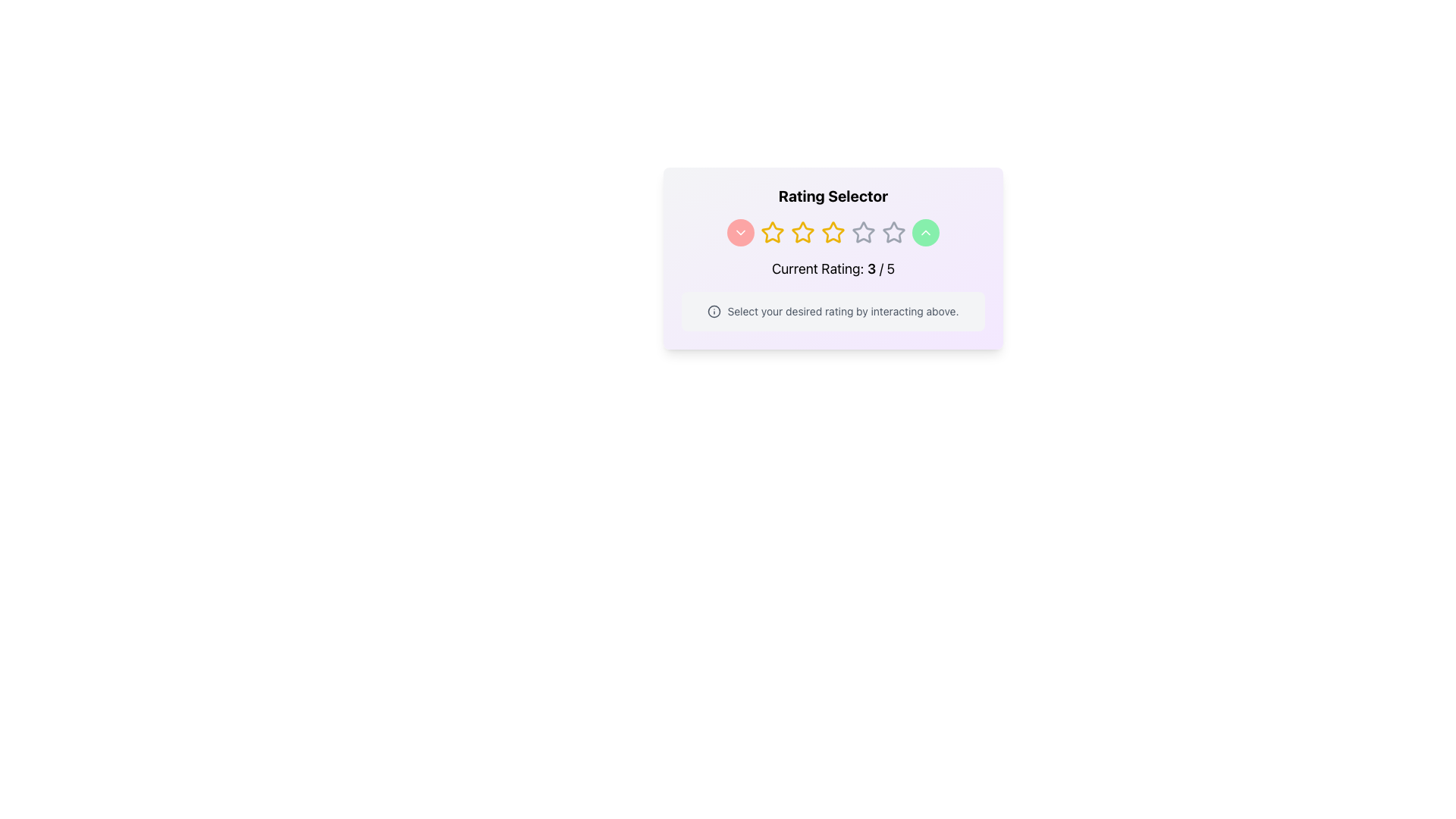 This screenshot has width=1456, height=819. I want to click on the fourth star-shaped icon in a horizontally-aligned group of five stars, which represents a rating component and is outlined in gray, so click(863, 233).